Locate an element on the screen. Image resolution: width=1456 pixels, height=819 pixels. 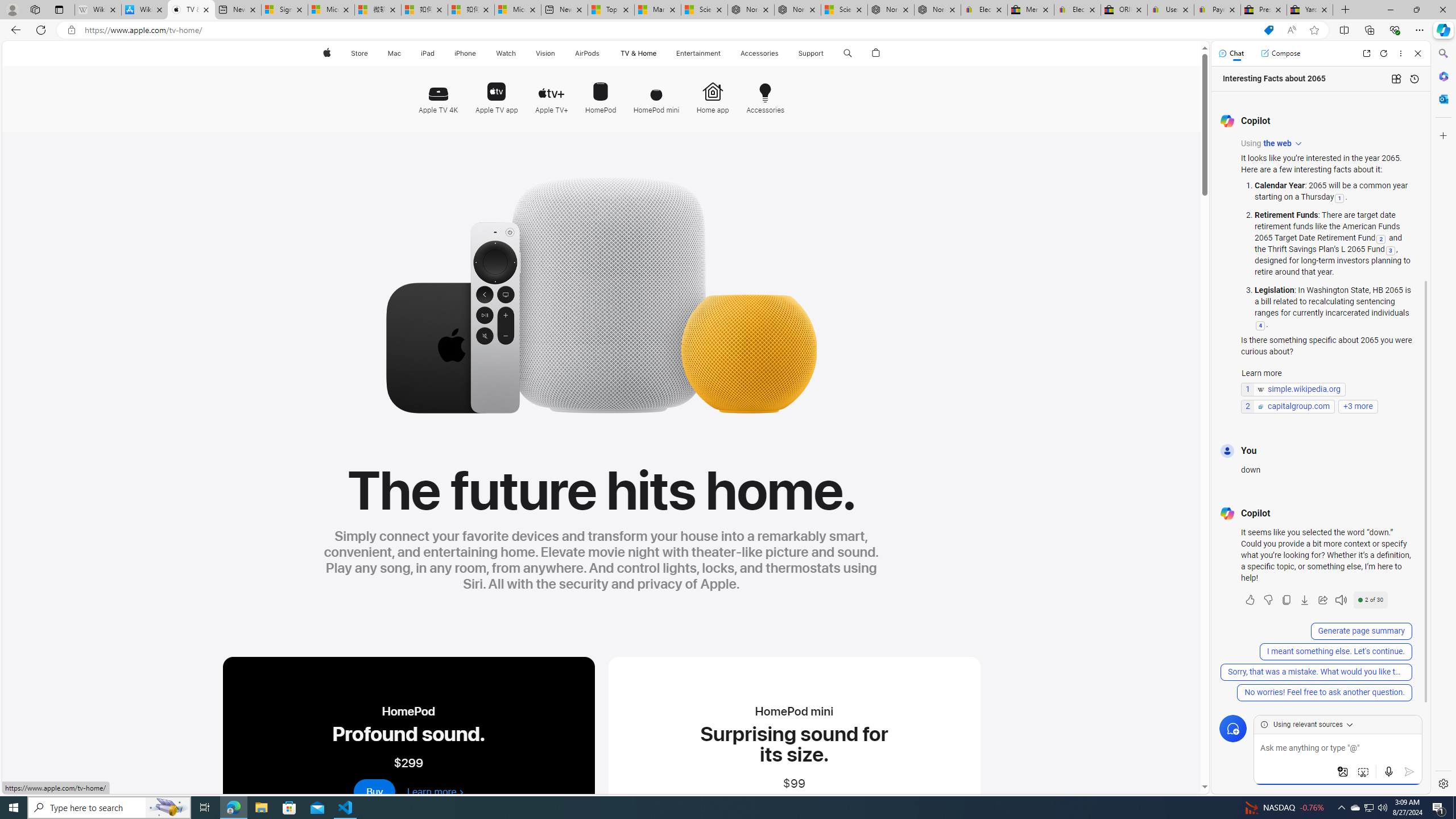
'HomePod mini' is located at coordinates (656, 93).